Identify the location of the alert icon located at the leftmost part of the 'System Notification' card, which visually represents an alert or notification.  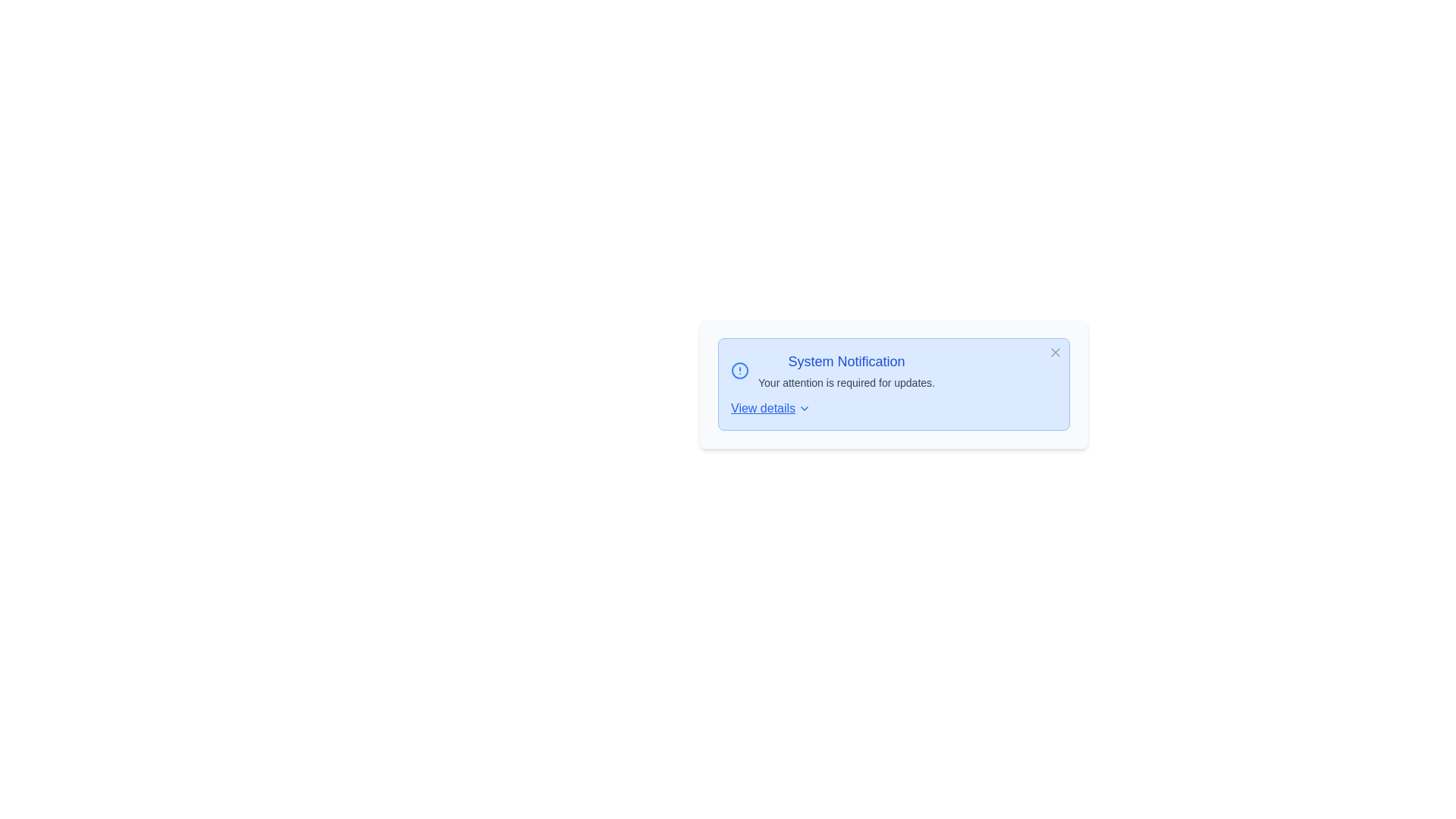
(739, 371).